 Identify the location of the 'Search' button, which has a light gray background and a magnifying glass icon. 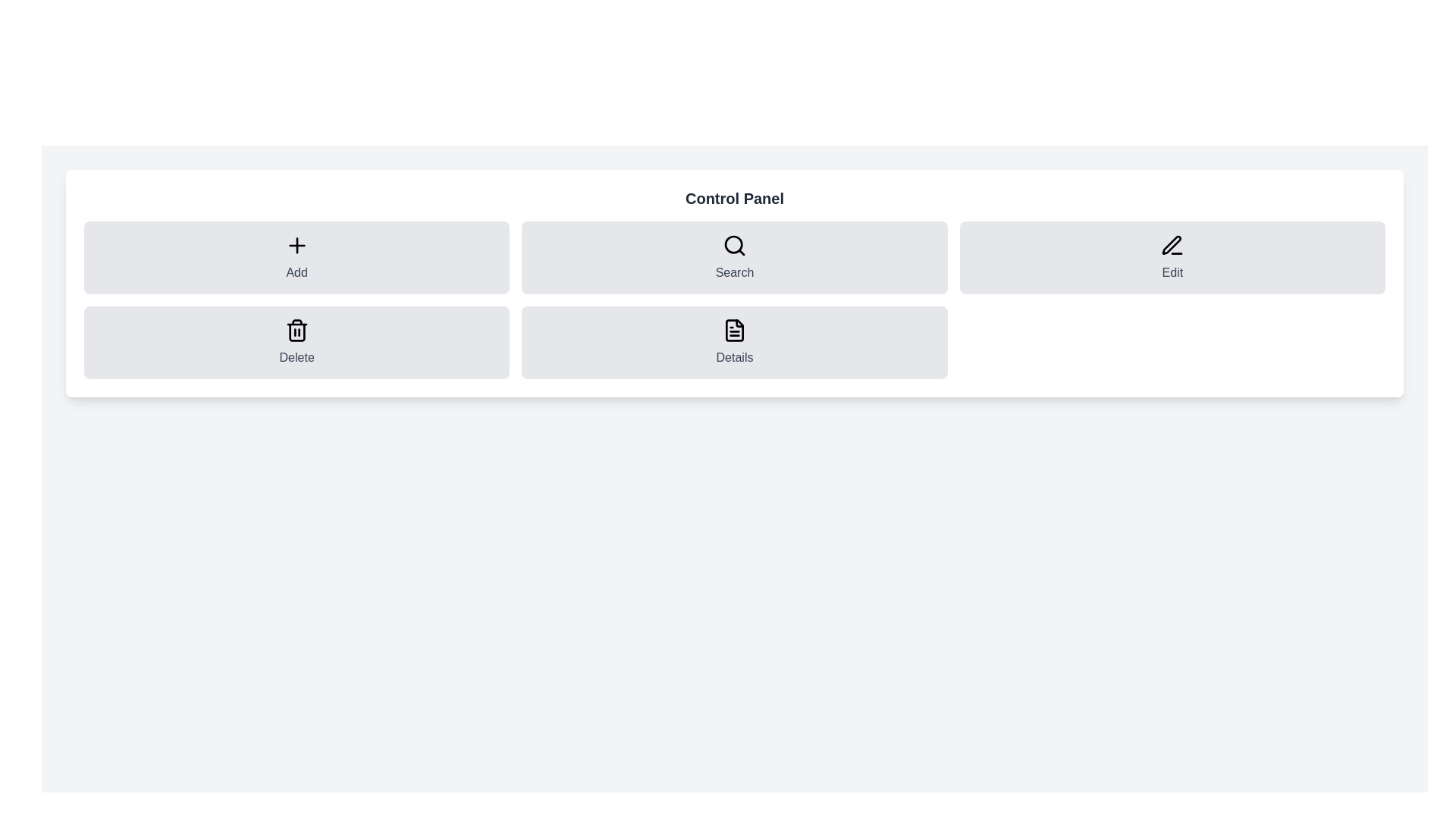
(735, 256).